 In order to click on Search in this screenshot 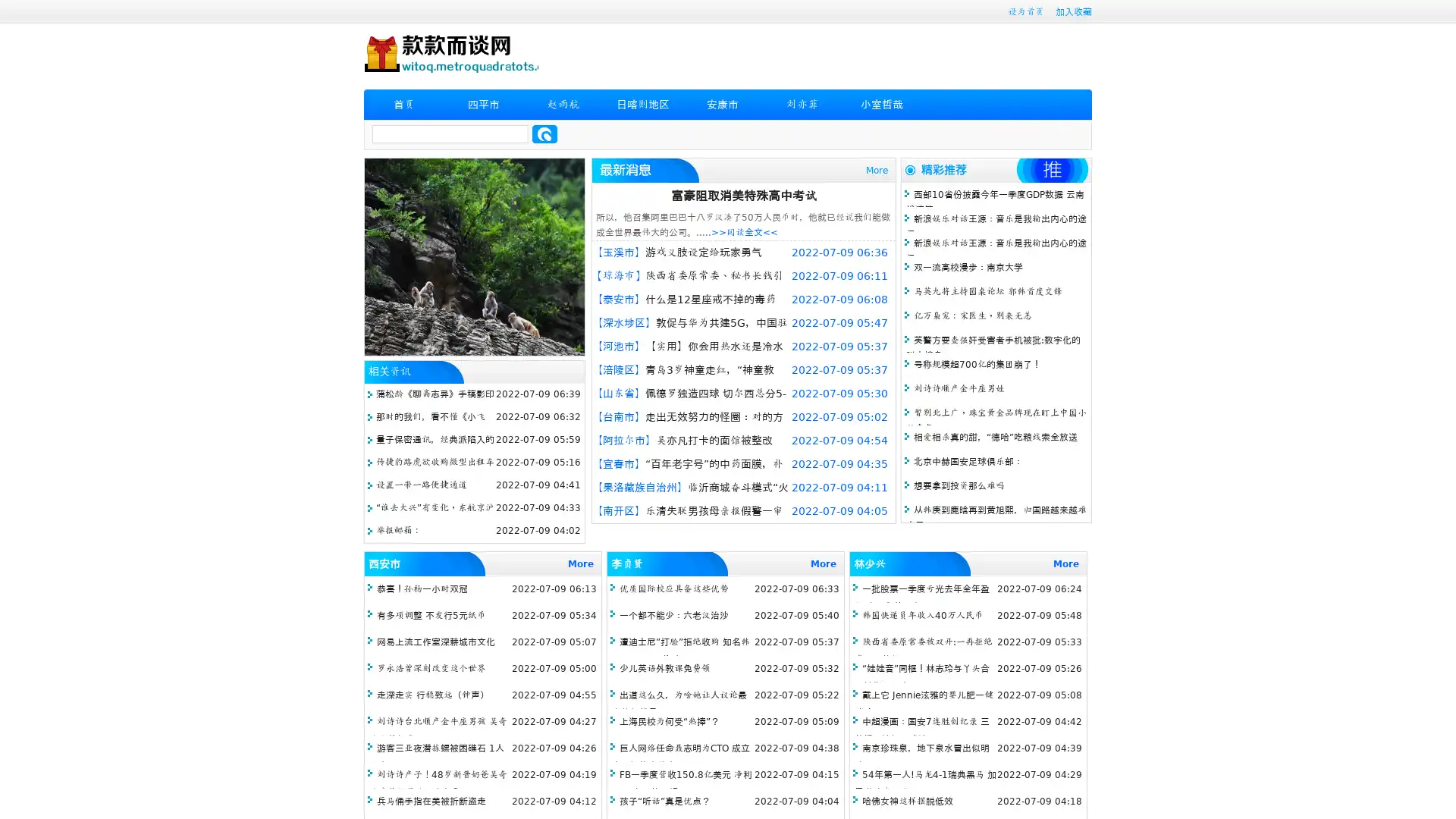, I will do `click(544, 133)`.